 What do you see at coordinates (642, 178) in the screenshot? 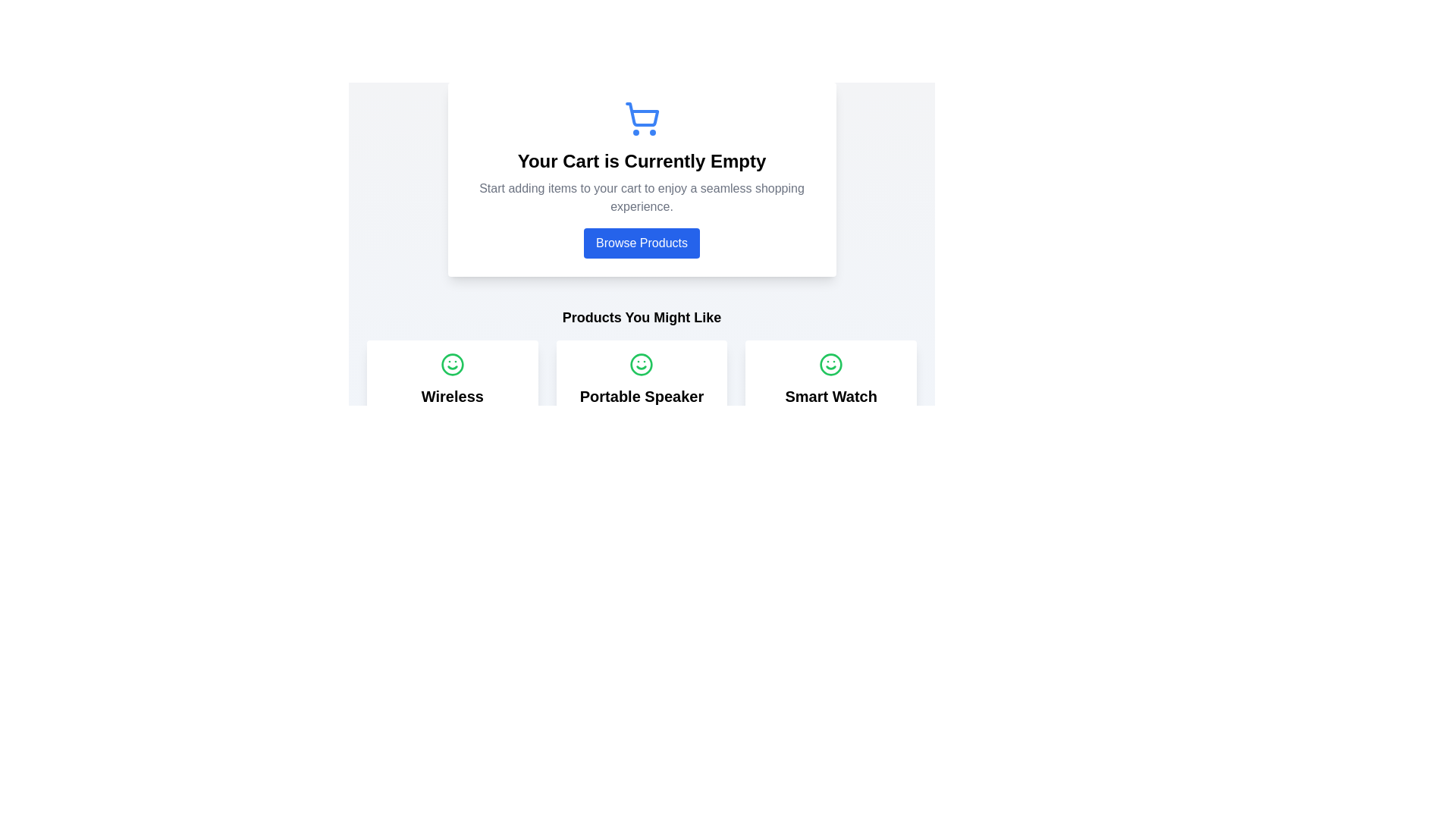
I see `the informational panel that displays 'Your Cart is Currently Empty' and includes a blue button labeled 'Browse Products'` at bounding box center [642, 178].